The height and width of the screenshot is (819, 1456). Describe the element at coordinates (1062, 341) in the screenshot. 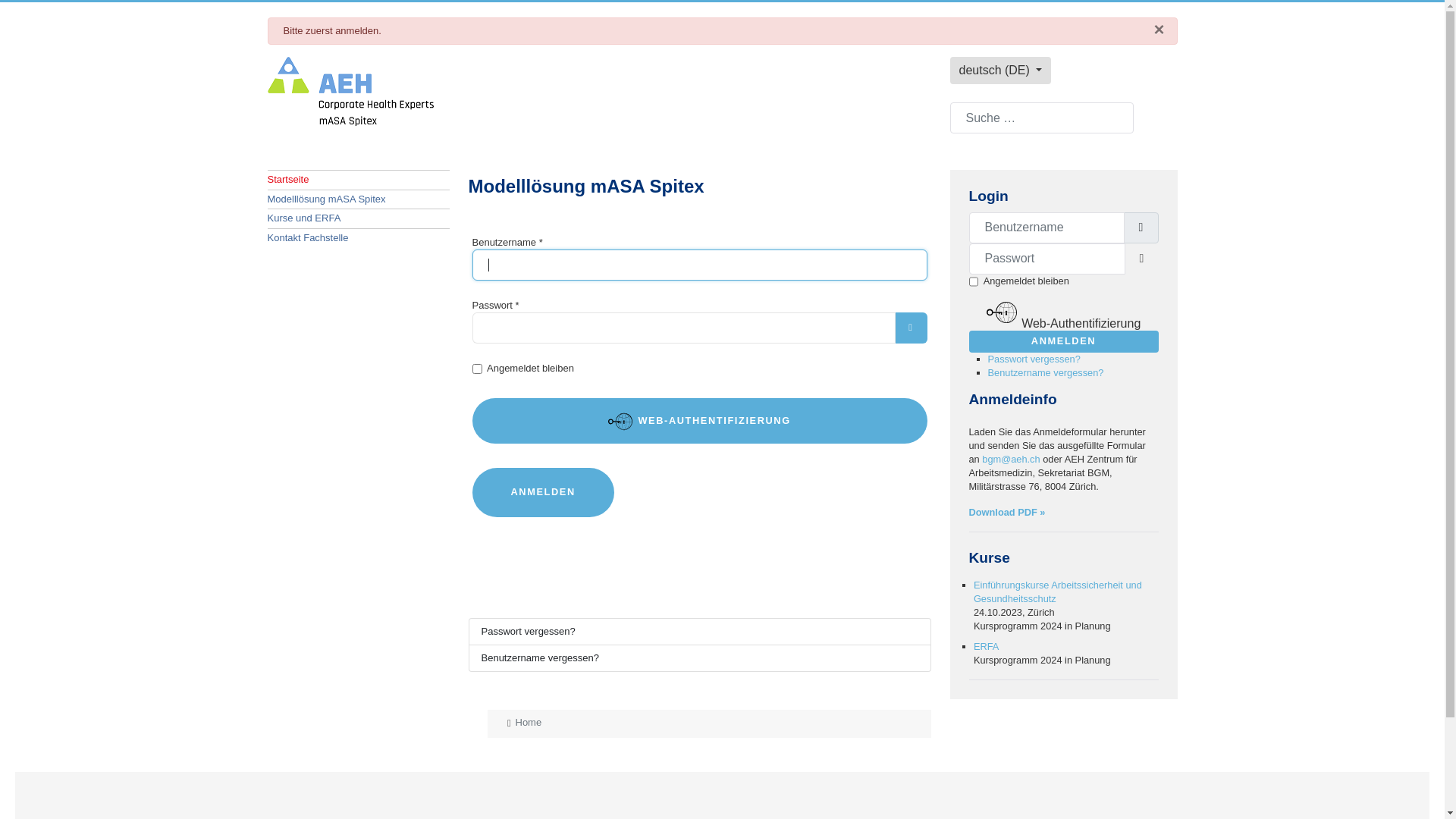

I see `'ANMELDEN'` at that location.